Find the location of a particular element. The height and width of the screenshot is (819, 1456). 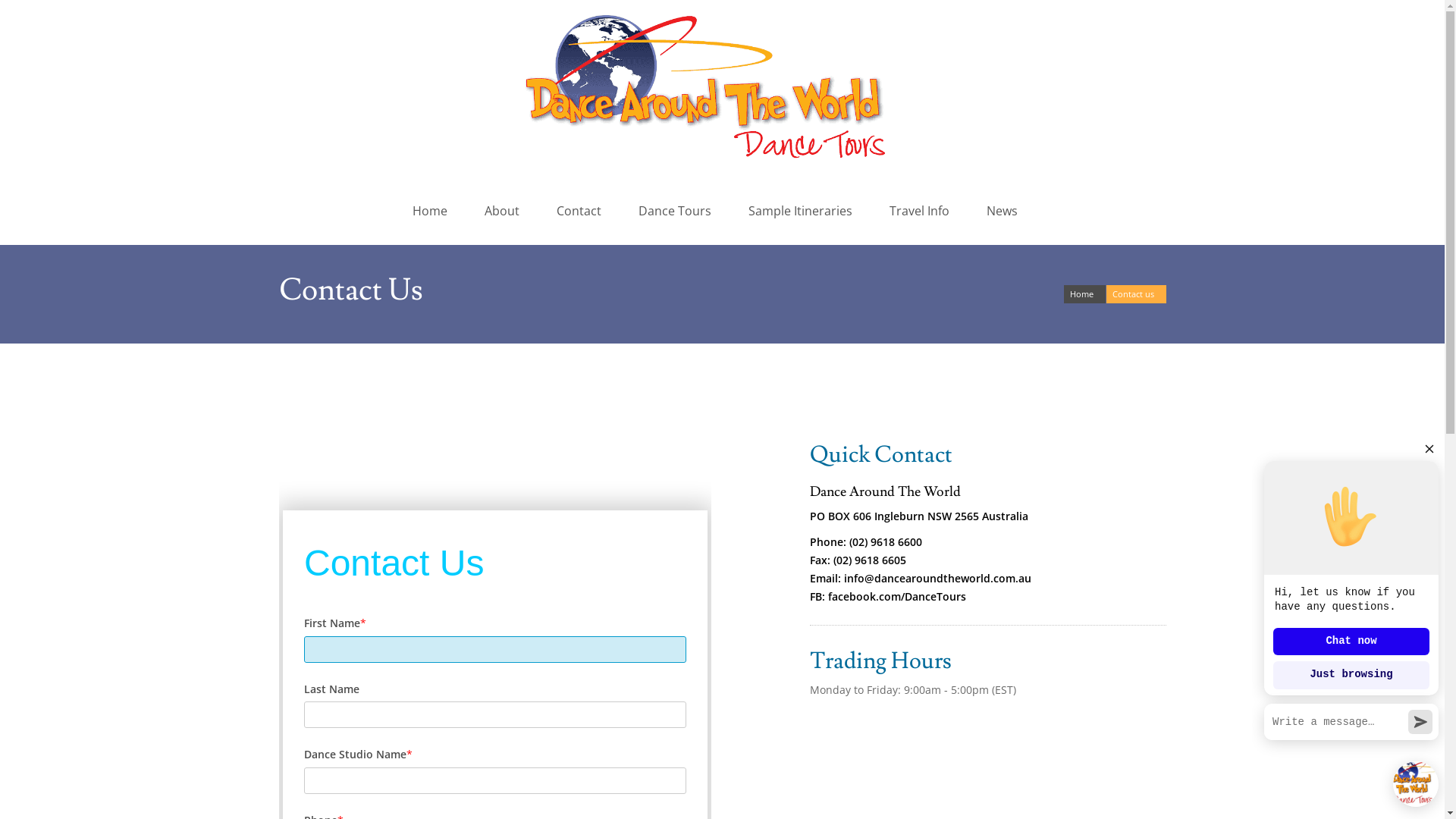

'Home' is located at coordinates (1083, 294).